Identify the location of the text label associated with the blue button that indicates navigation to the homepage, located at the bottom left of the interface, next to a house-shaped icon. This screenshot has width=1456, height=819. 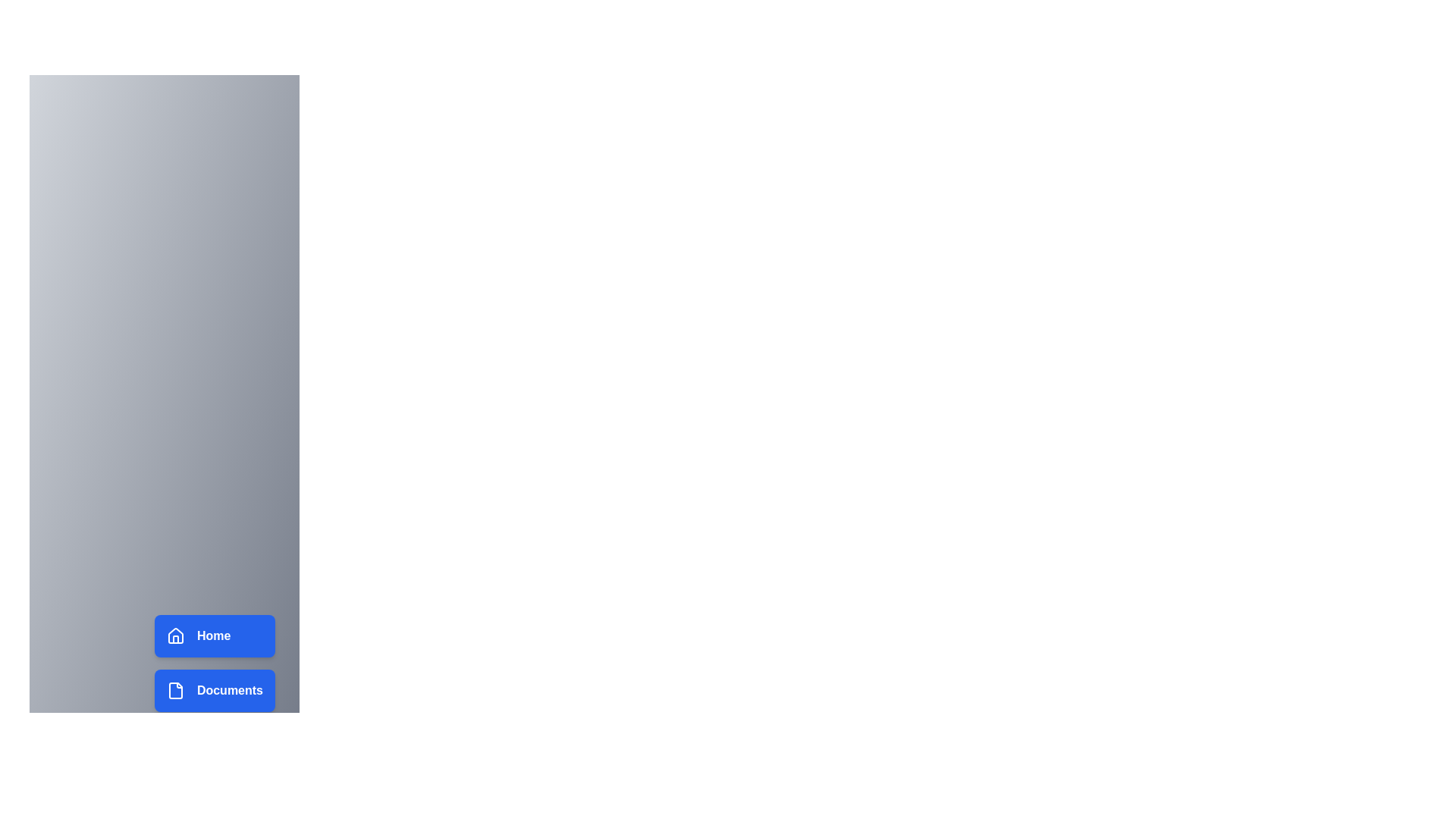
(213, 636).